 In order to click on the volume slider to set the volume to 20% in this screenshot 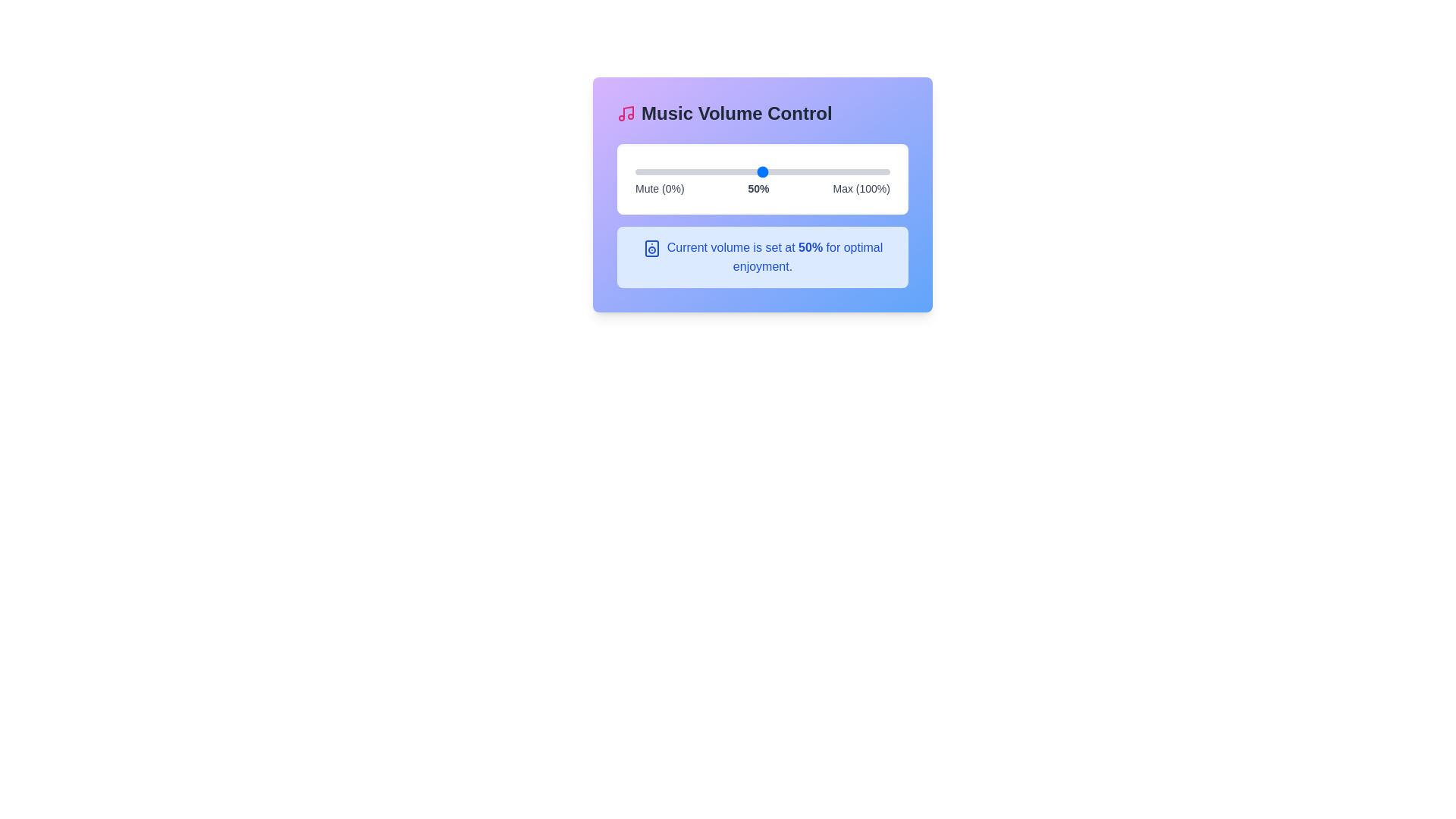, I will do `click(686, 171)`.